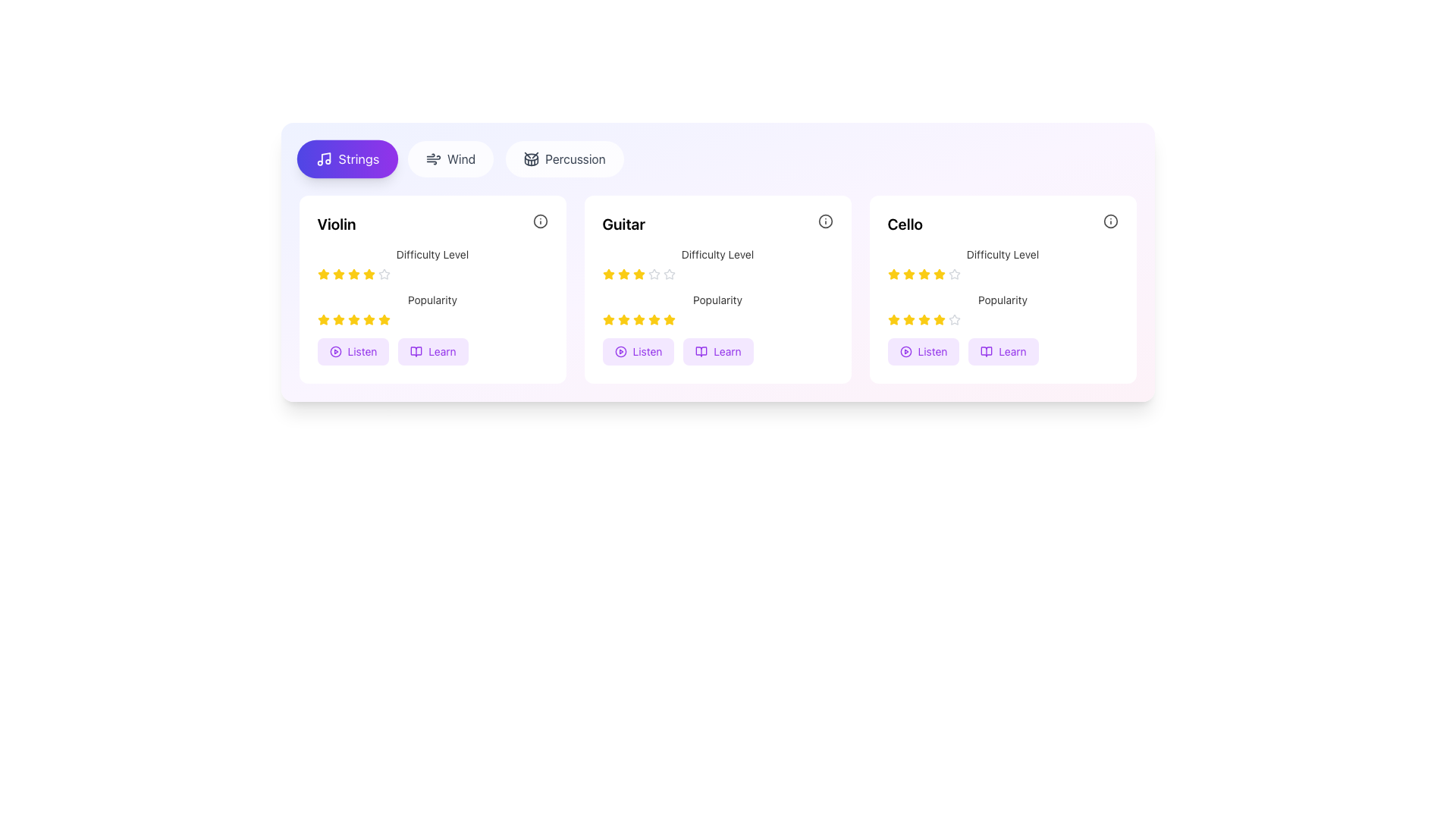 The width and height of the screenshot is (1456, 819). I want to click on Rating component, which consists of five stars indicating a popularity rating, with the first four stars filled in yellow and the fifth outlined in gray, located directly beneath the 'Popularity' text in the 'Cello' box, so click(1003, 318).